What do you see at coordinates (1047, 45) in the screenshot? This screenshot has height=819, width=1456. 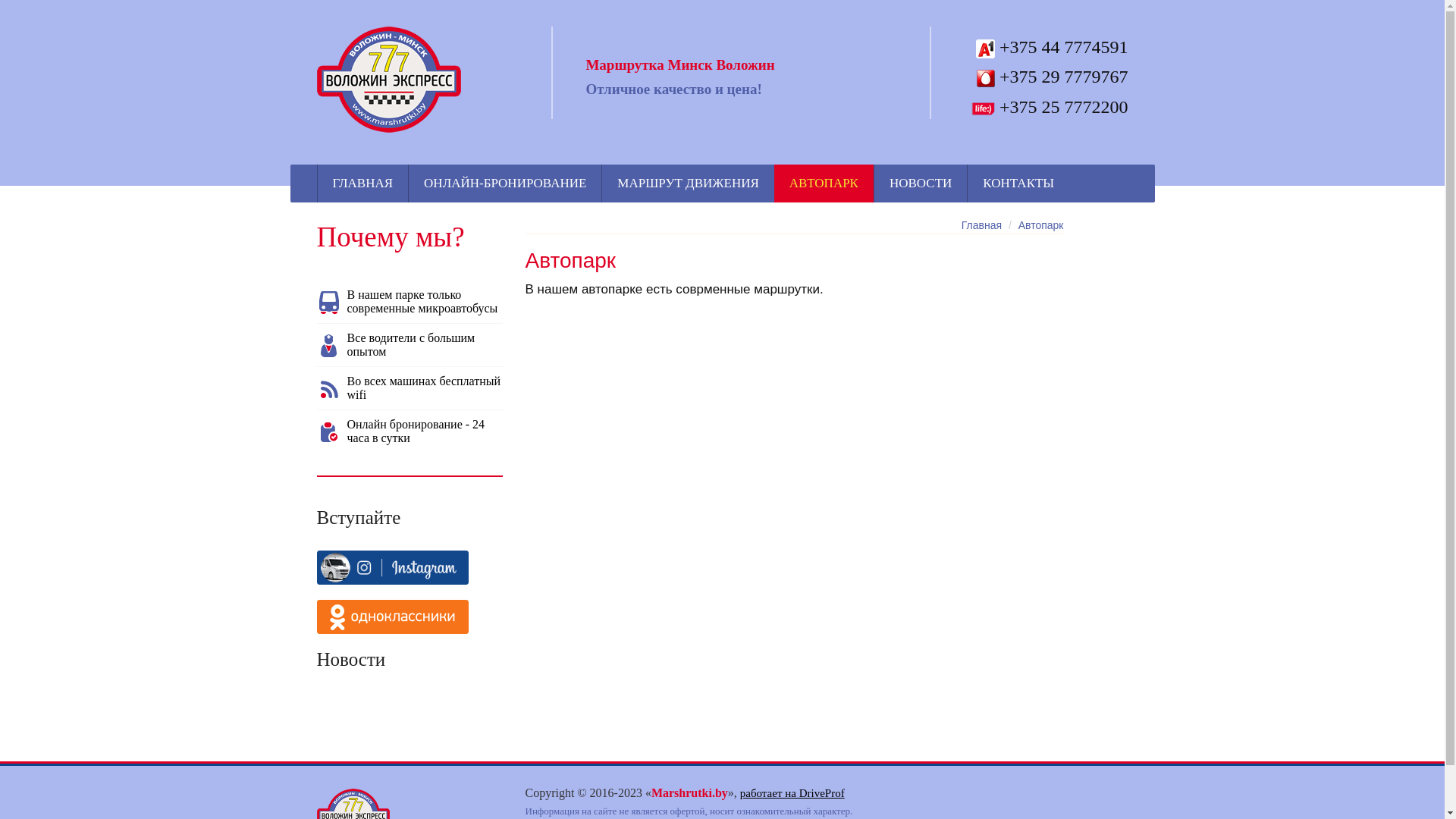 I see `'  +375 44 7774591'` at bounding box center [1047, 45].